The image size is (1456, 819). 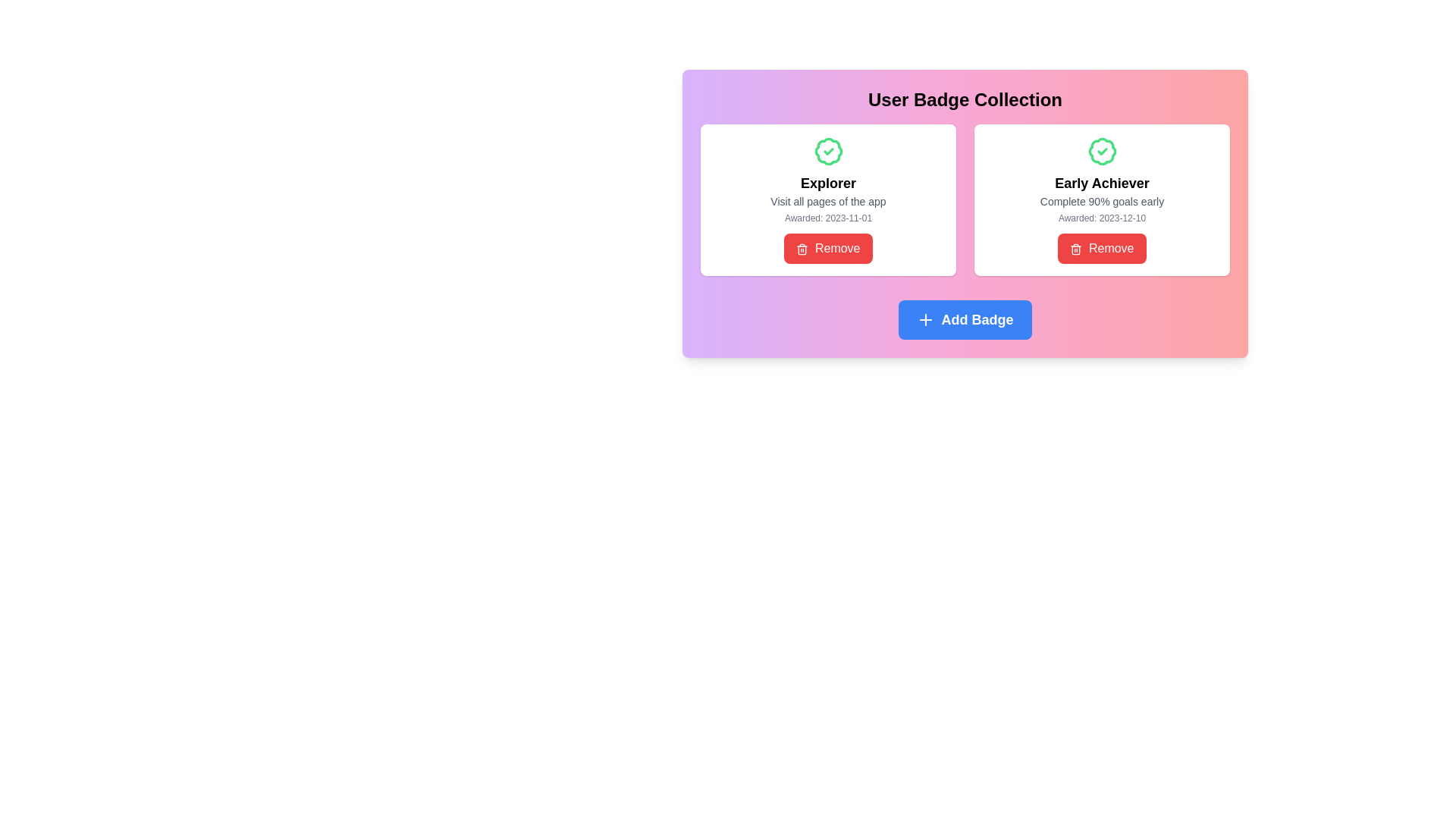 What do you see at coordinates (1102, 152) in the screenshot?
I see `the badge icon located above the title of the 'Early Achiever' card in the 'User Badge Collection' panel` at bounding box center [1102, 152].